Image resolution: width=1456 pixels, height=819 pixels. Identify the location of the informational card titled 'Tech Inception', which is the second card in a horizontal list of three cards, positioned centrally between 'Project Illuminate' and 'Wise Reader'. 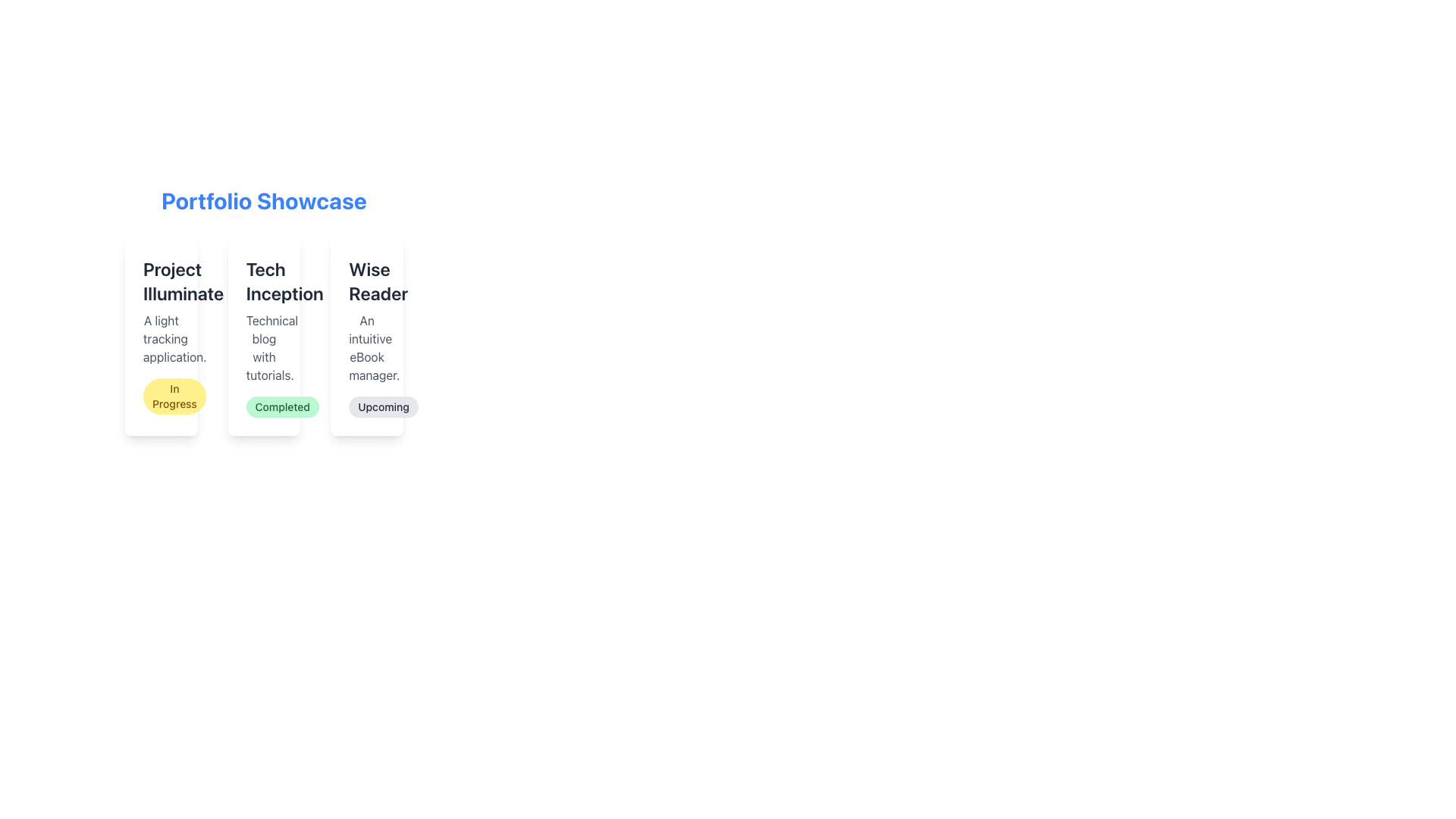
(264, 336).